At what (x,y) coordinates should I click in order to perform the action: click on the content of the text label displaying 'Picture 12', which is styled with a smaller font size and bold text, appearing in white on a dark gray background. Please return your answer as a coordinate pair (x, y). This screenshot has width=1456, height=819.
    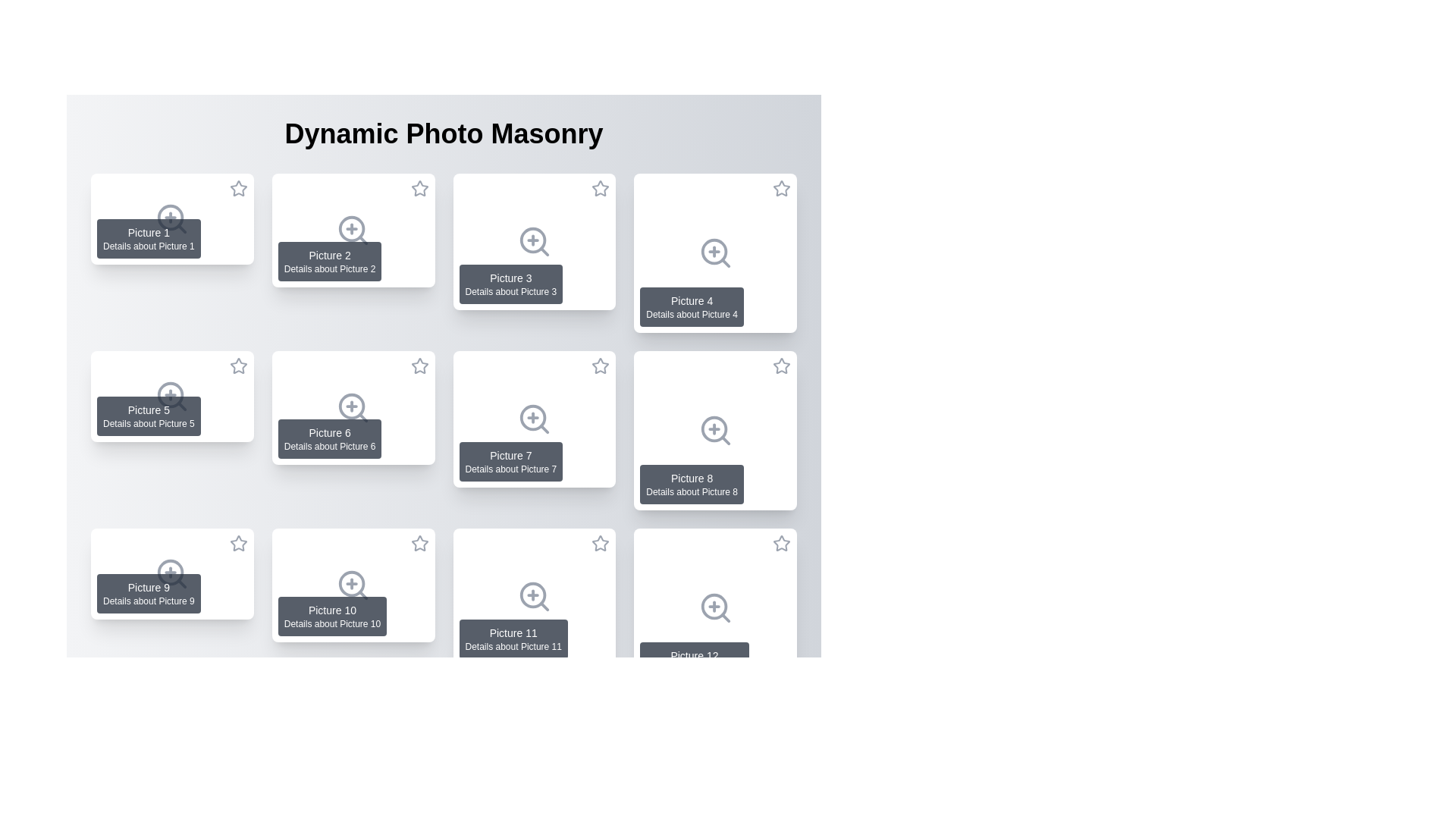
    Looking at the image, I should click on (694, 654).